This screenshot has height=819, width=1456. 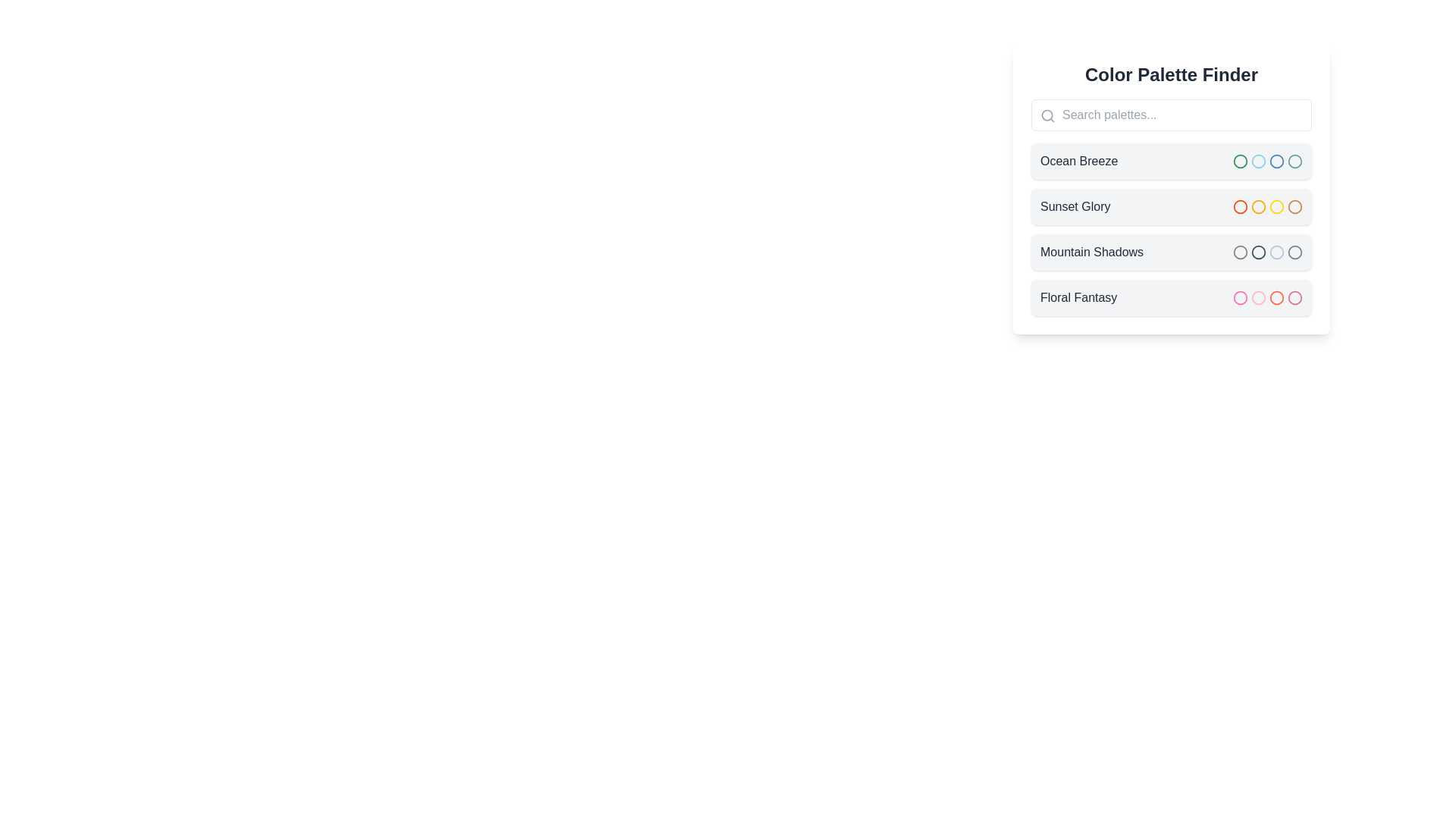 What do you see at coordinates (1241, 251) in the screenshot?
I see `the first circular color option in the 'Mountain Shadows' color palette, which represents a selection or category indicator` at bounding box center [1241, 251].